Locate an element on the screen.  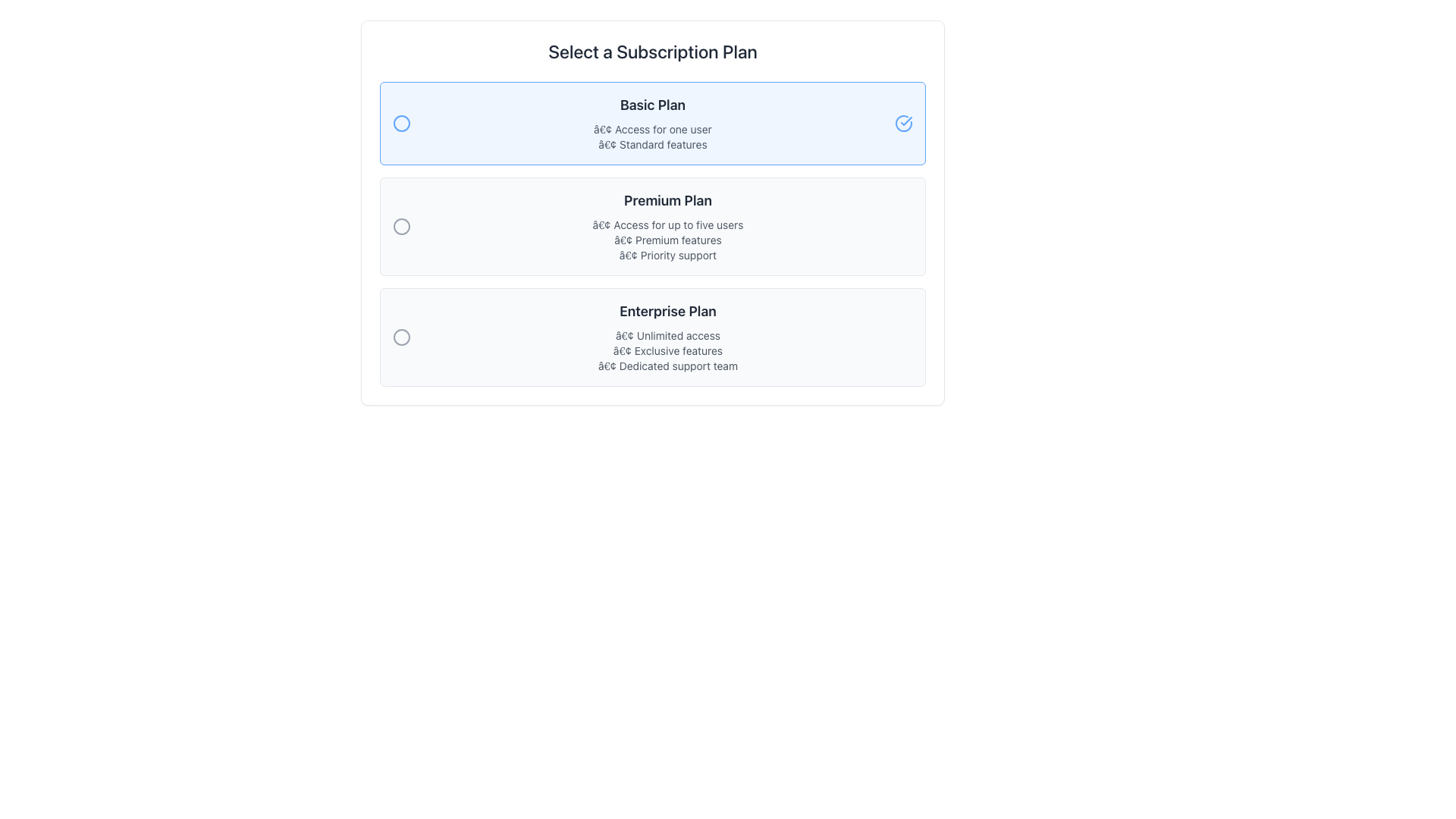
static text element displaying '• Standard features', which is the second bullet point in the 'Basic Plan' box, located below '• Access for one user' is located at coordinates (652, 145).